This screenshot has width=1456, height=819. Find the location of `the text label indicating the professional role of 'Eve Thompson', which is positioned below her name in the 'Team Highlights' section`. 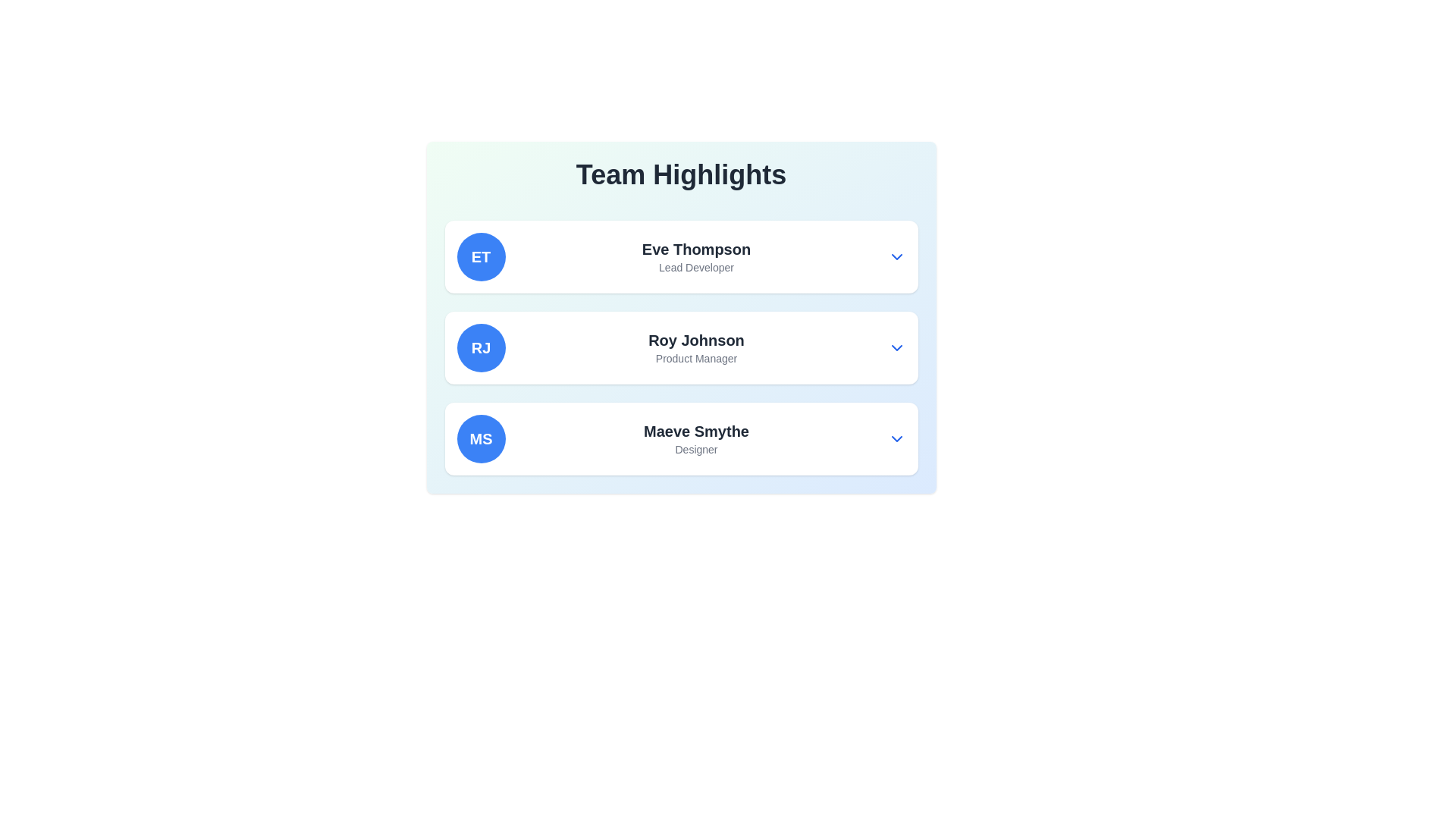

the text label indicating the professional role of 'Eve Thompson', which is positioned below her name in the 'Team Highlights' section is located at coordinates (695, 267).